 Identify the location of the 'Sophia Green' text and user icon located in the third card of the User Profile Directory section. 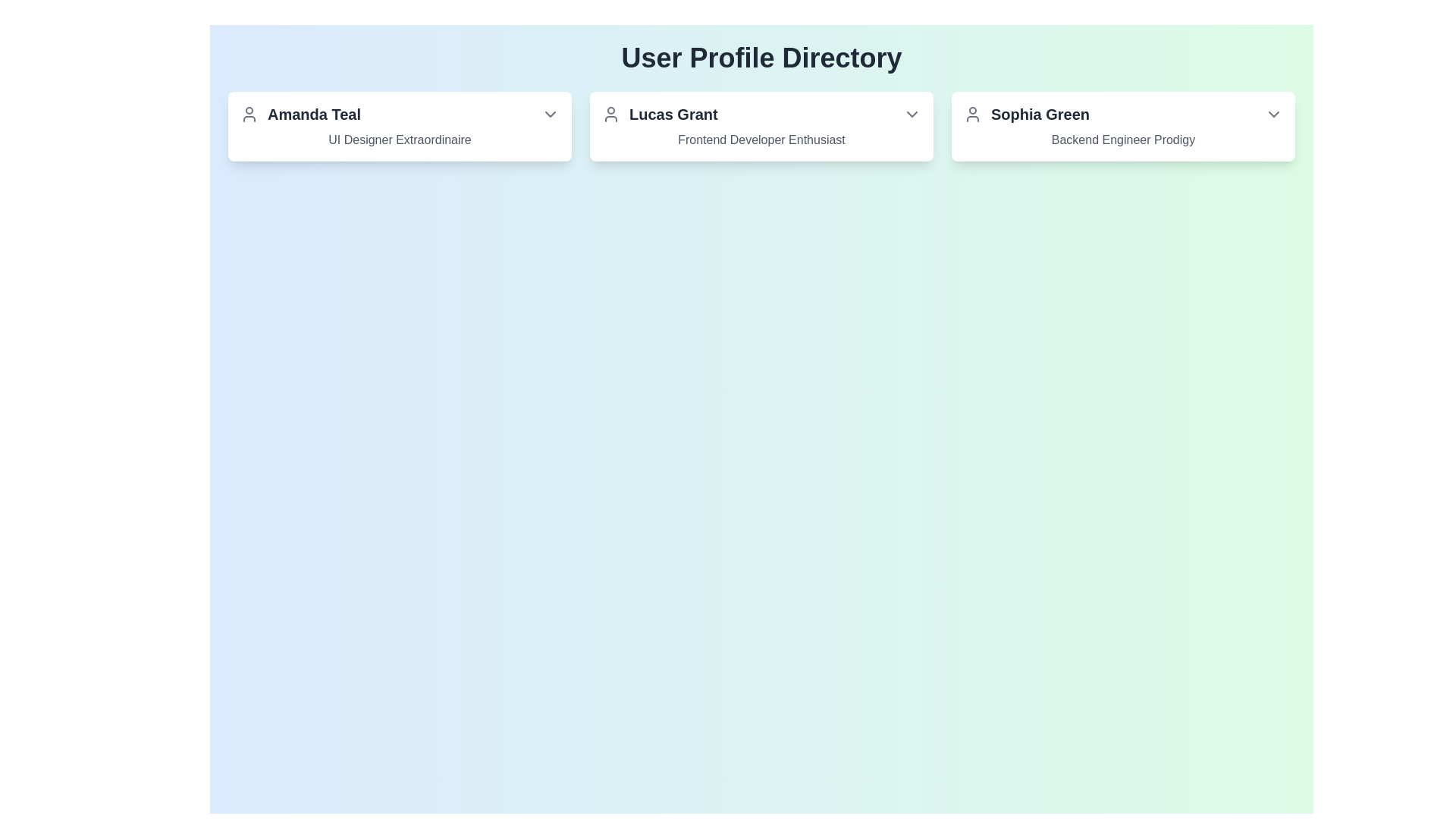
(1026, 113).